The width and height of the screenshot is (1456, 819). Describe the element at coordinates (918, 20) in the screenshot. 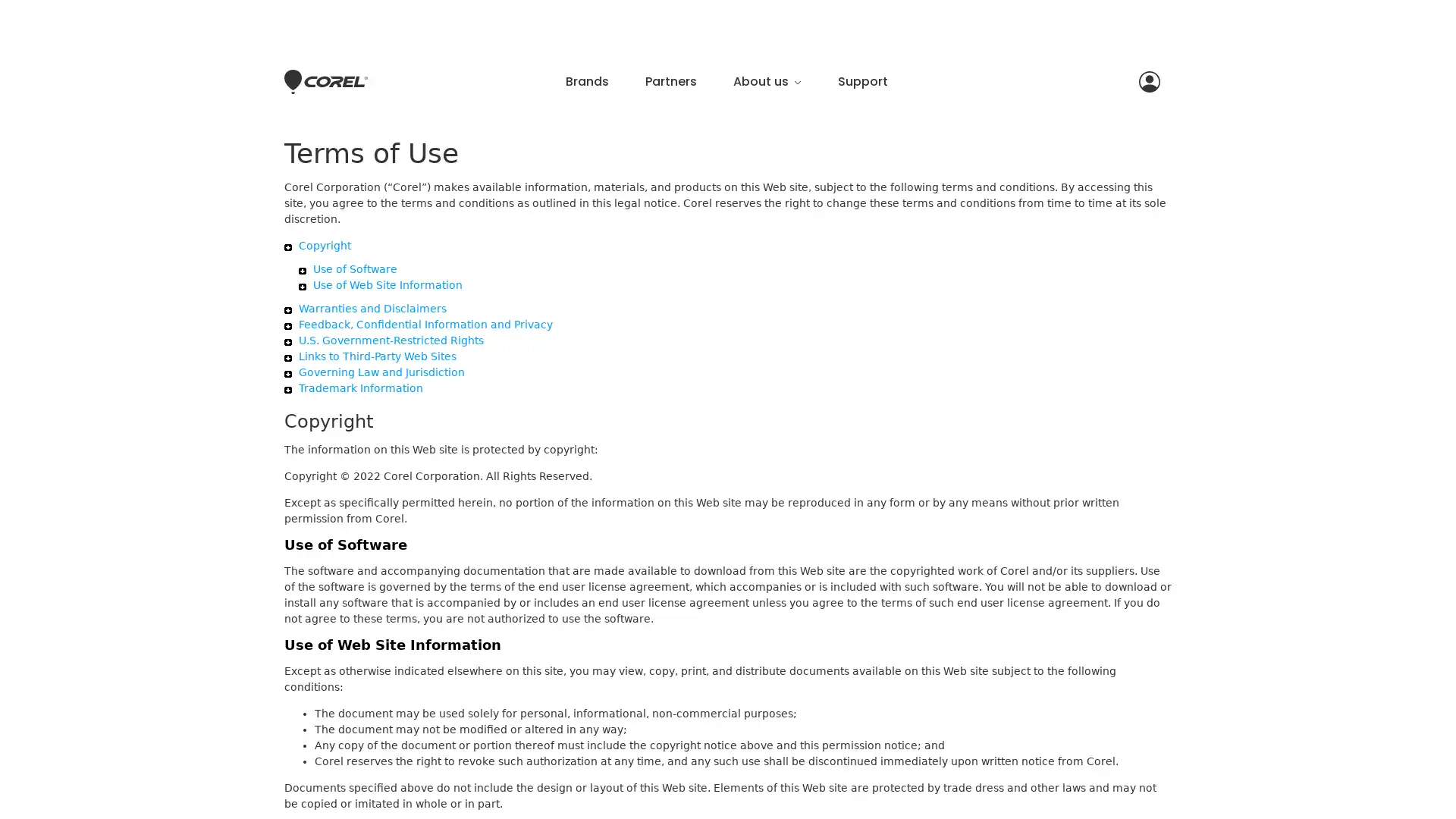

I see `Close` at that location.